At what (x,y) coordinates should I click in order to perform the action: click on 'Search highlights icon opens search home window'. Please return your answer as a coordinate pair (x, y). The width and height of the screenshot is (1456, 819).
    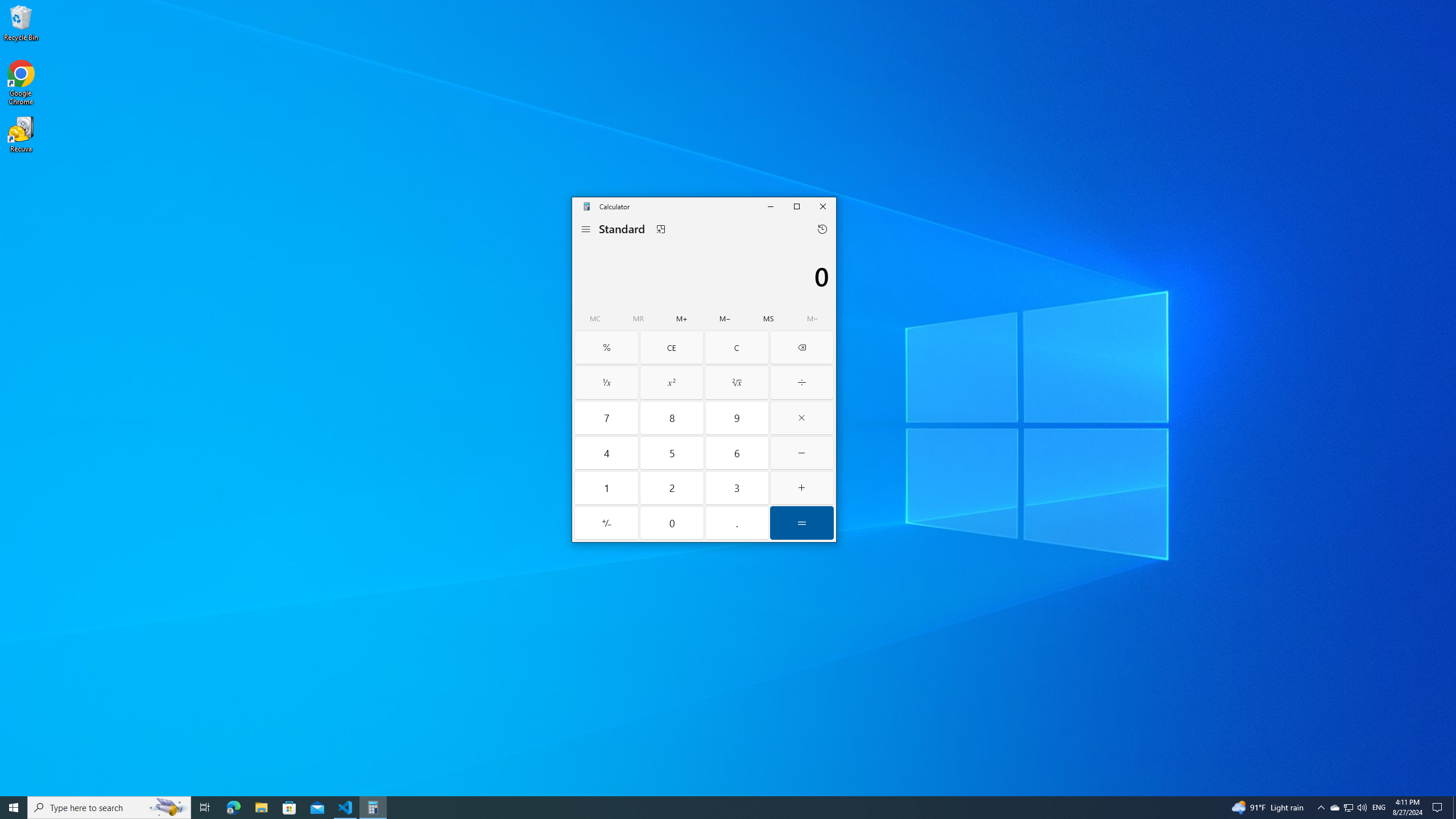
    Looking at the image, I should click on (167, 806).